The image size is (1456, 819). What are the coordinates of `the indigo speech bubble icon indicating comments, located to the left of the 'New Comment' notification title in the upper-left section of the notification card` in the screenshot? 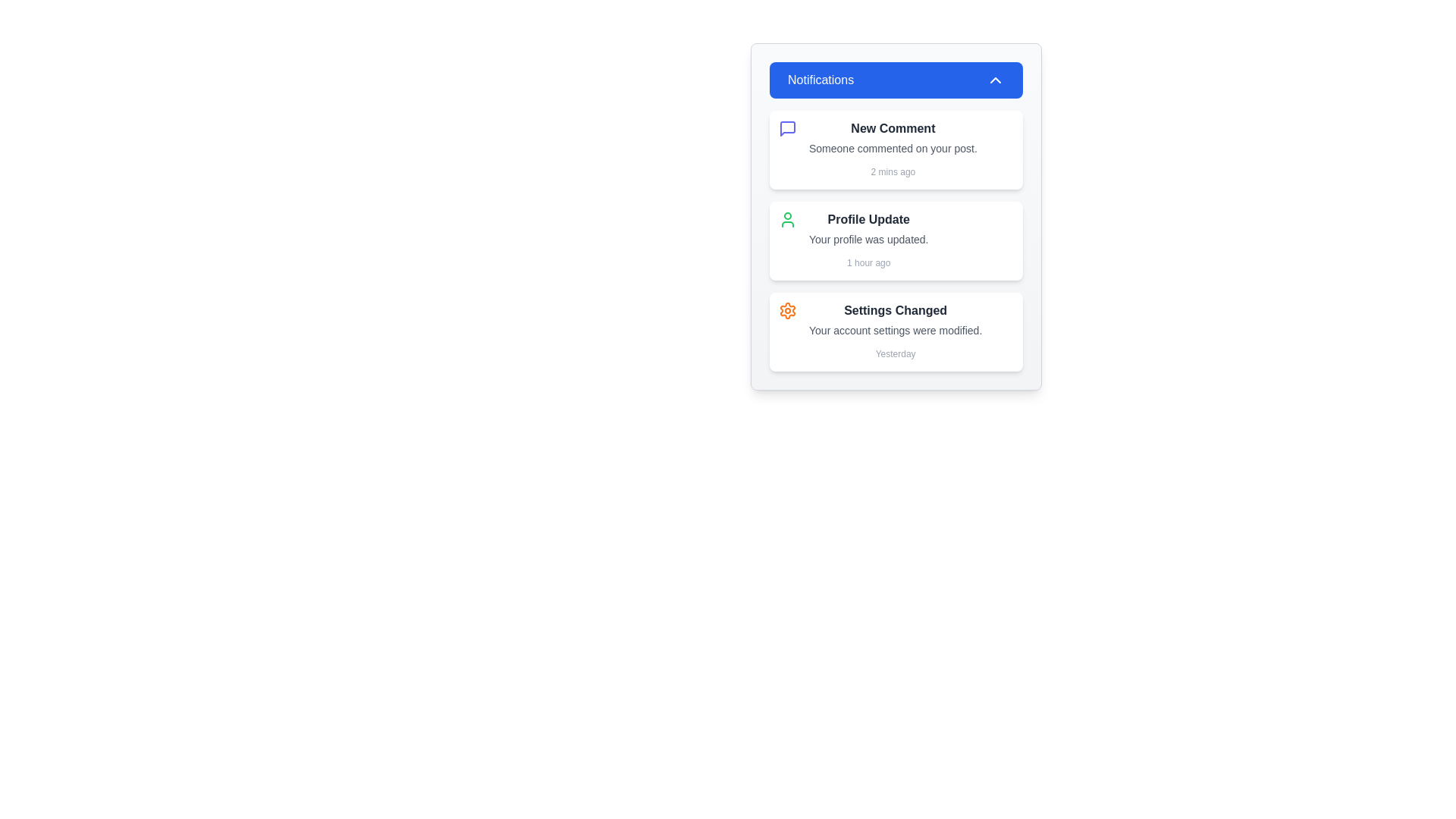 It's located at (787, 127).